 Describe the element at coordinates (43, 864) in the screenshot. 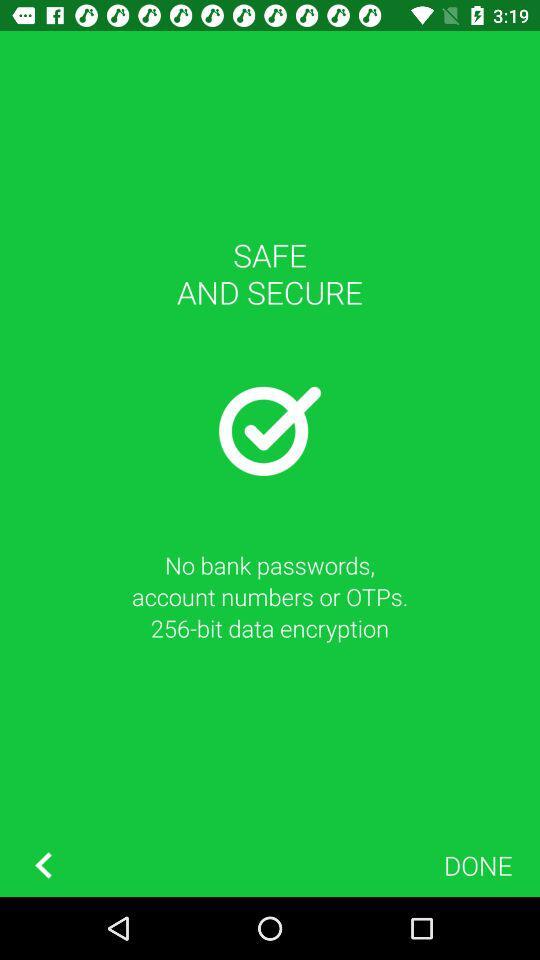

I see `the arrow_backward icon` at that location.